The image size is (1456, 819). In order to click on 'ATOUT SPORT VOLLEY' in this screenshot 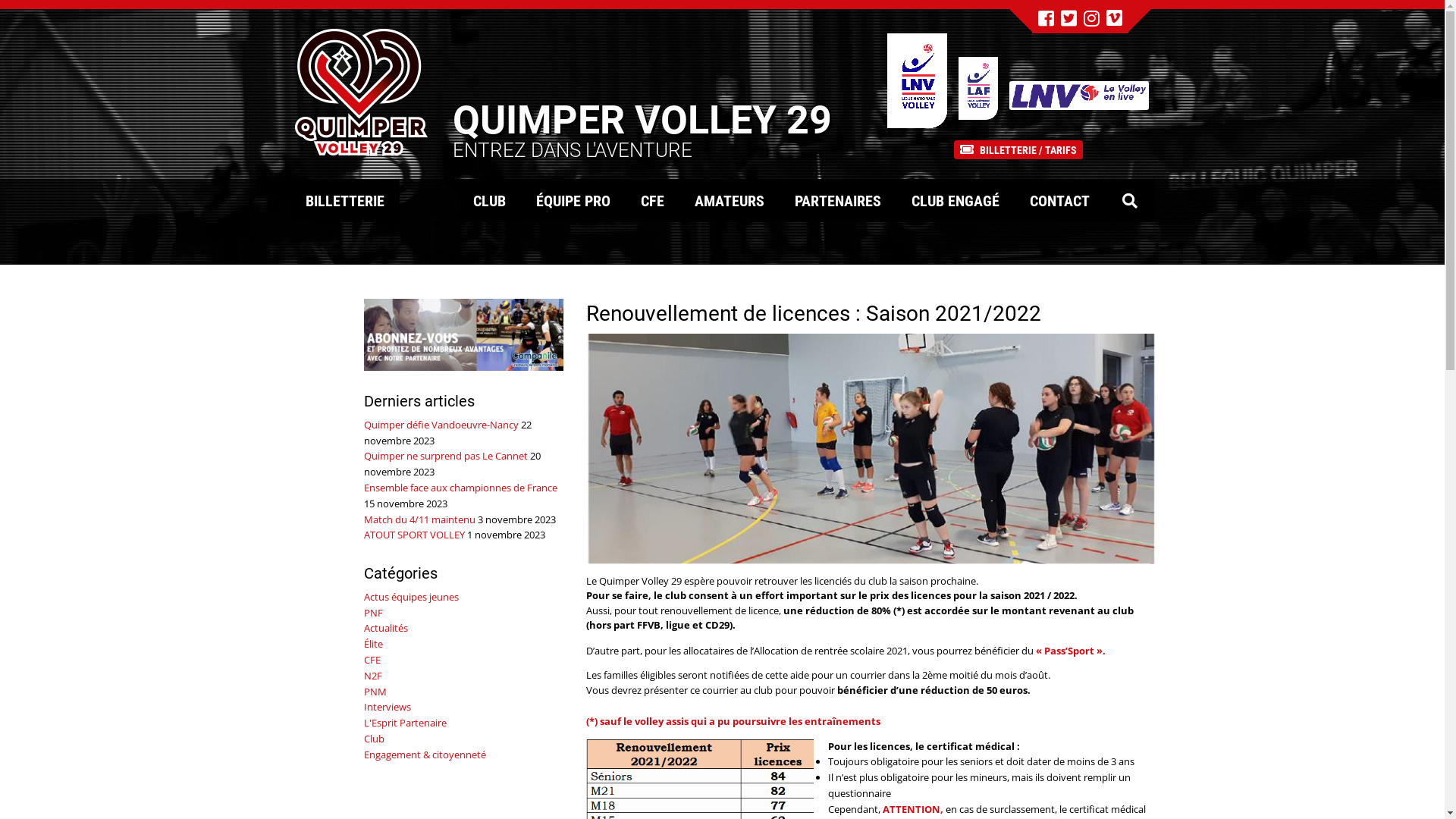, I will do `click(364, 534)`.